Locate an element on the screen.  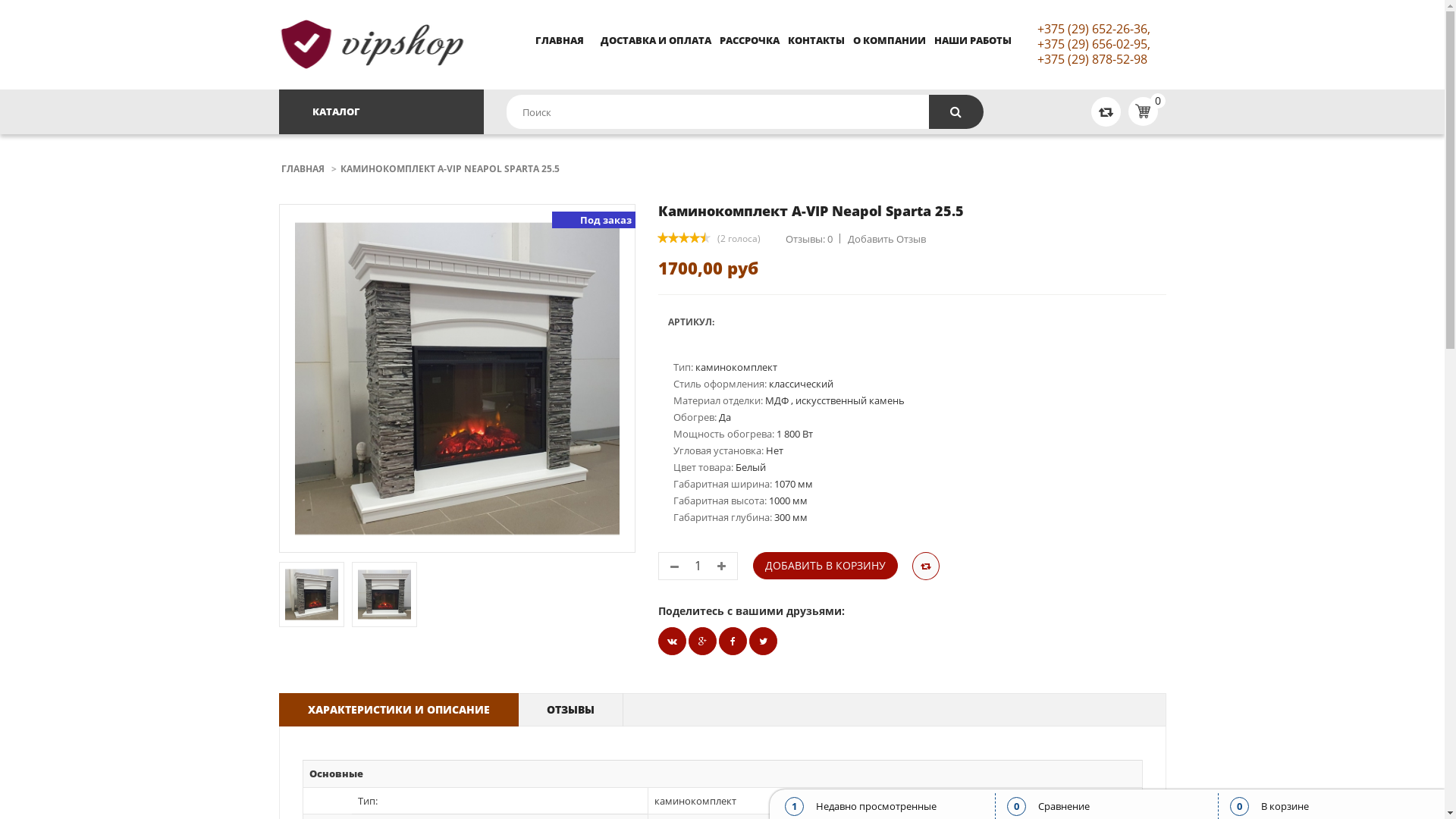
'0' is located at coordinates (1124, 110).